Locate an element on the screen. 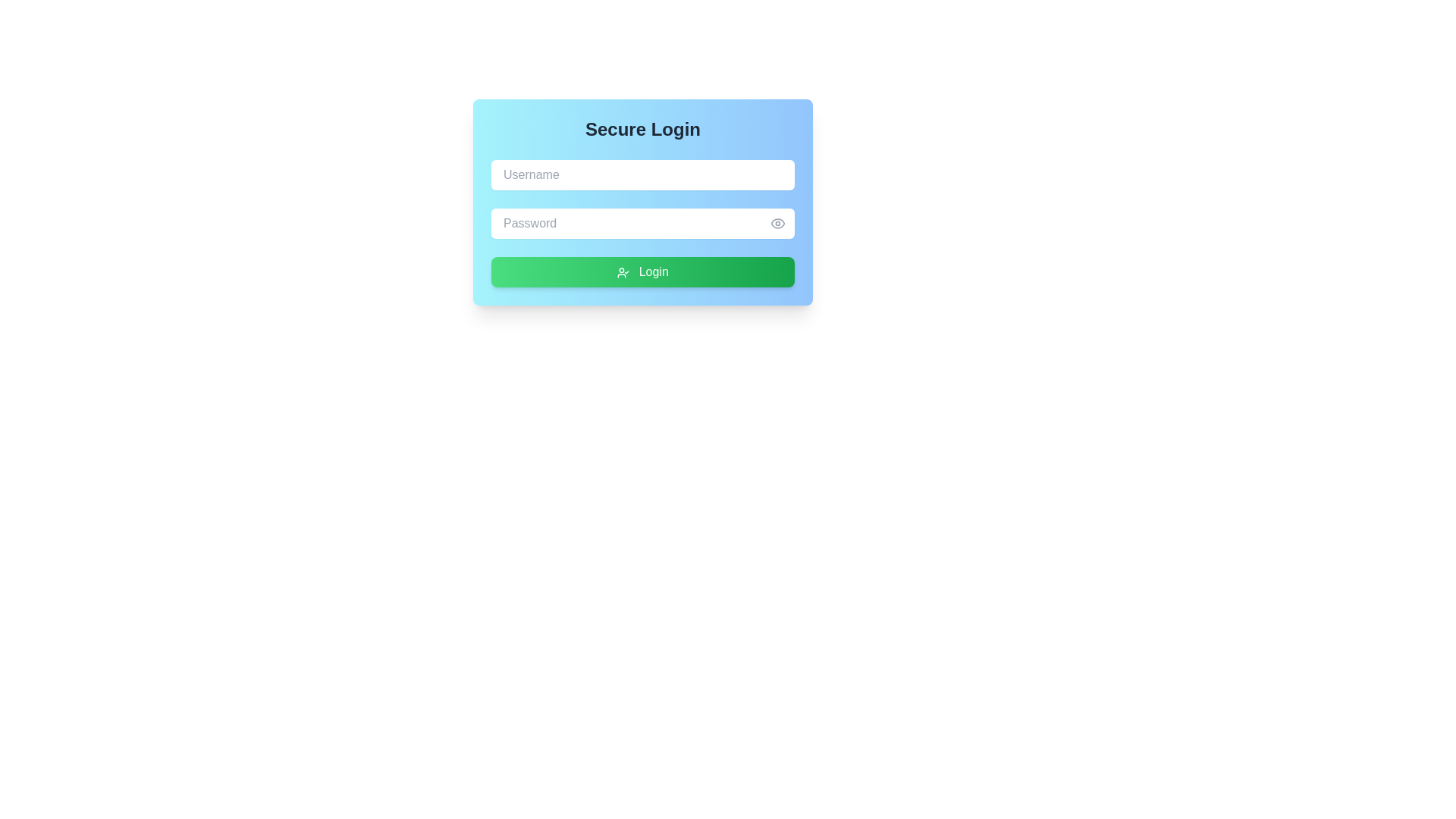  the username input field located within the login form, positioned beneath the title 'Secure Login', to focus the input field for user credentials is located at coordinates (643, 174).